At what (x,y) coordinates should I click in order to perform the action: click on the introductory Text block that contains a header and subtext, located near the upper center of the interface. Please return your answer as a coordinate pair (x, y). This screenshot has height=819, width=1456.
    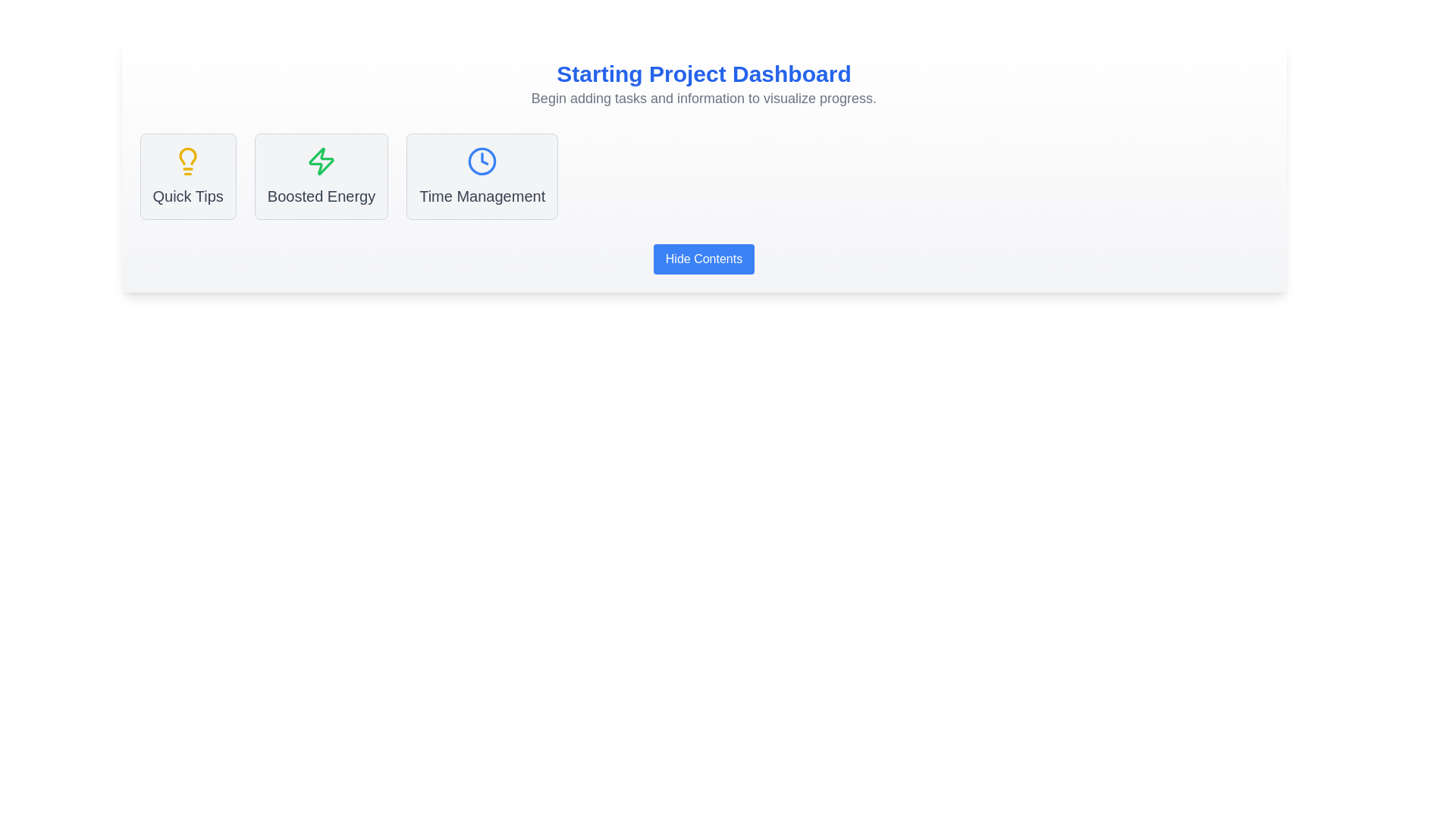
    Looking at the image, I should click on (703, 84).